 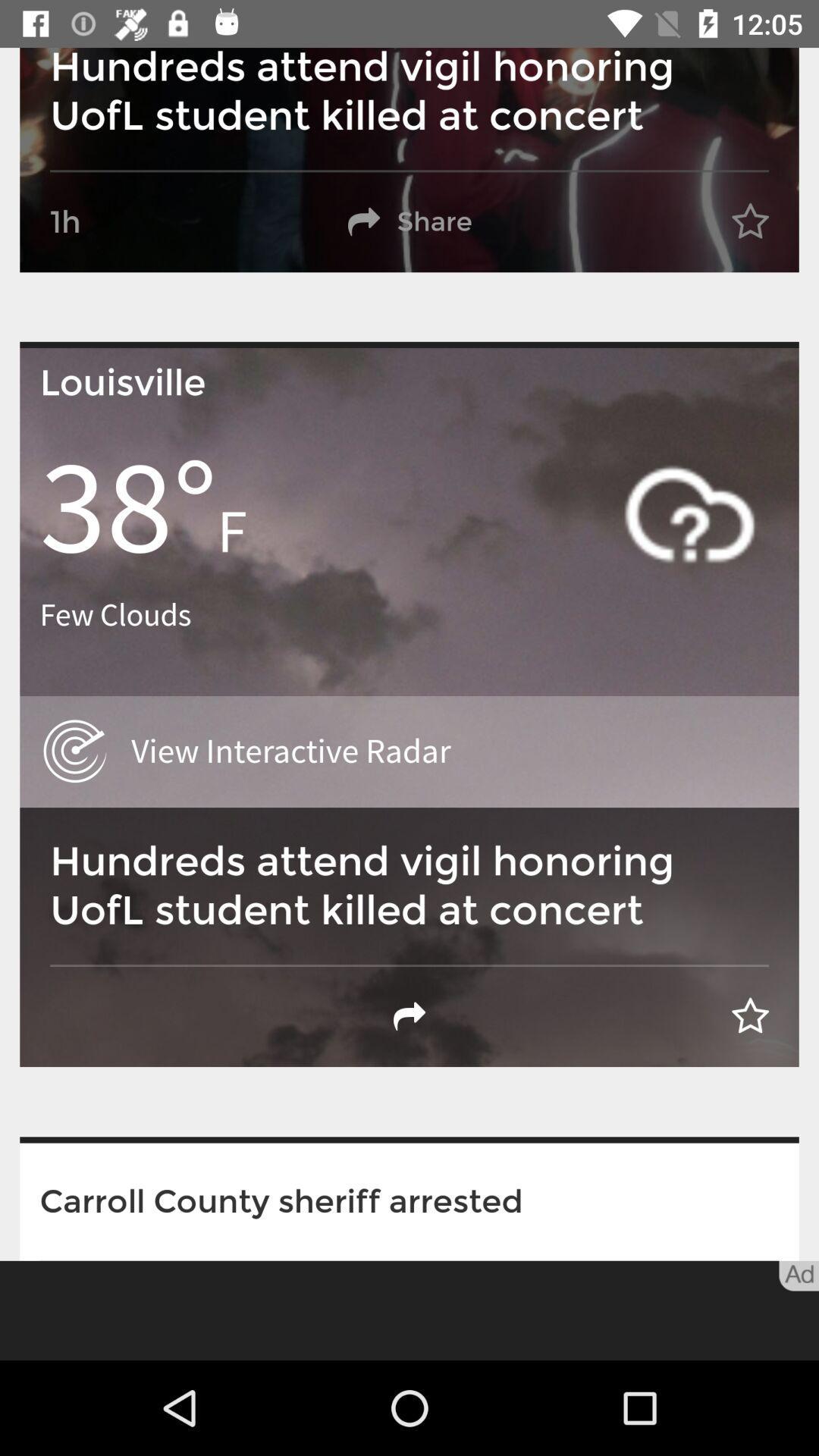 I want to click on the star icon shown on the top right corner of second image, so click(x=751, y=1016).